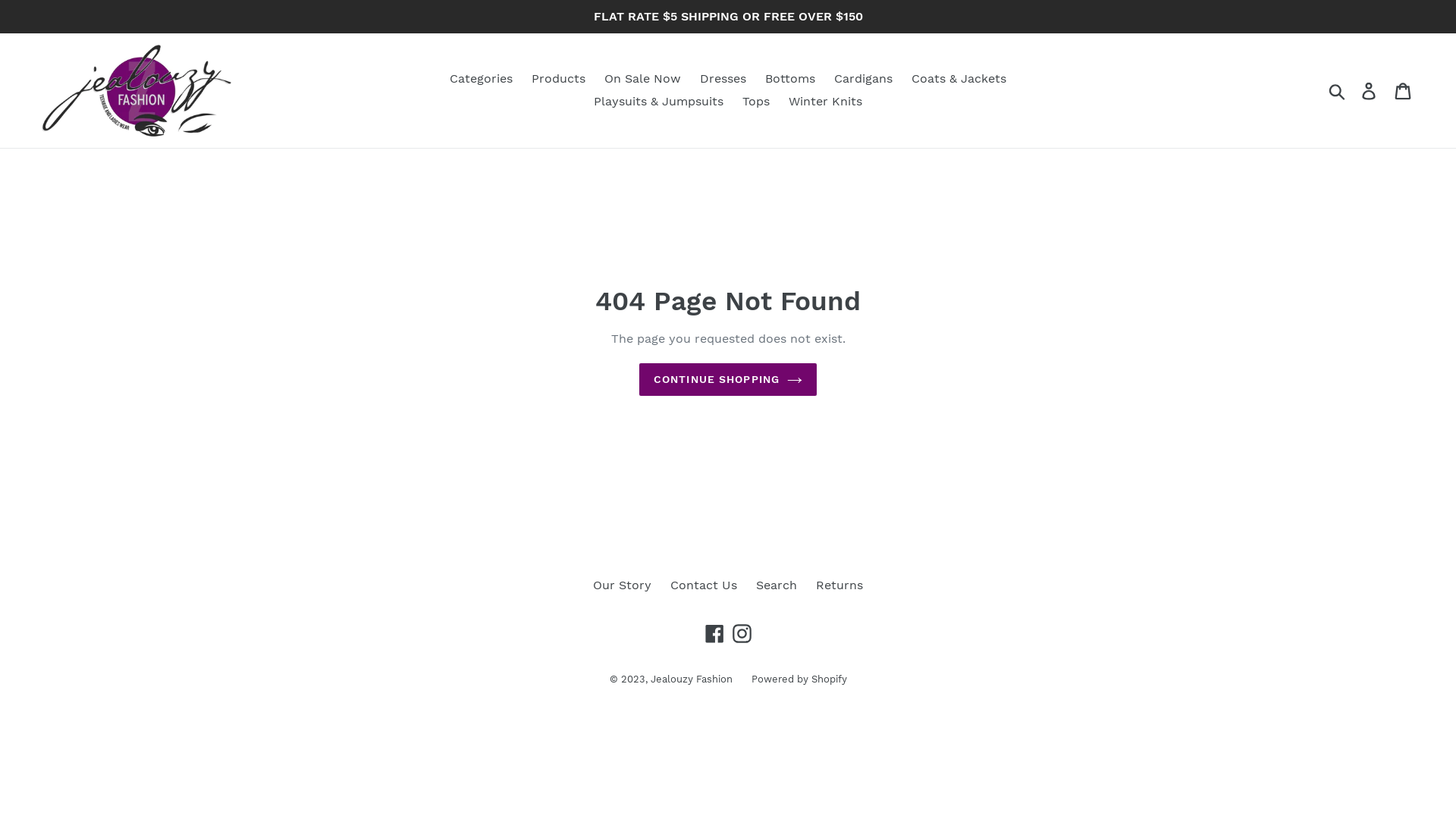 The width and height of the screenshot is (1456, 819). What do you see at coordinates (651, 678) in the screenshot?
I see `'Jealouzy Fashion'` at bounding box center [651, 678].